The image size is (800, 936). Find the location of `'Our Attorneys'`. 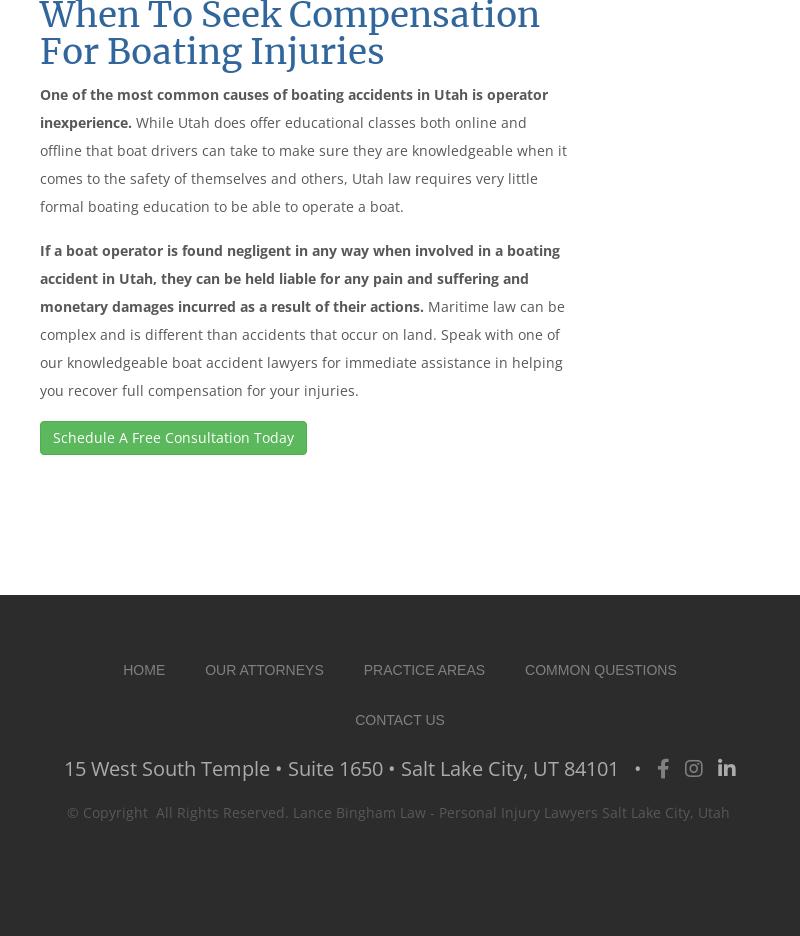

'Our Attorneys' is located at coordinates (204, 668).